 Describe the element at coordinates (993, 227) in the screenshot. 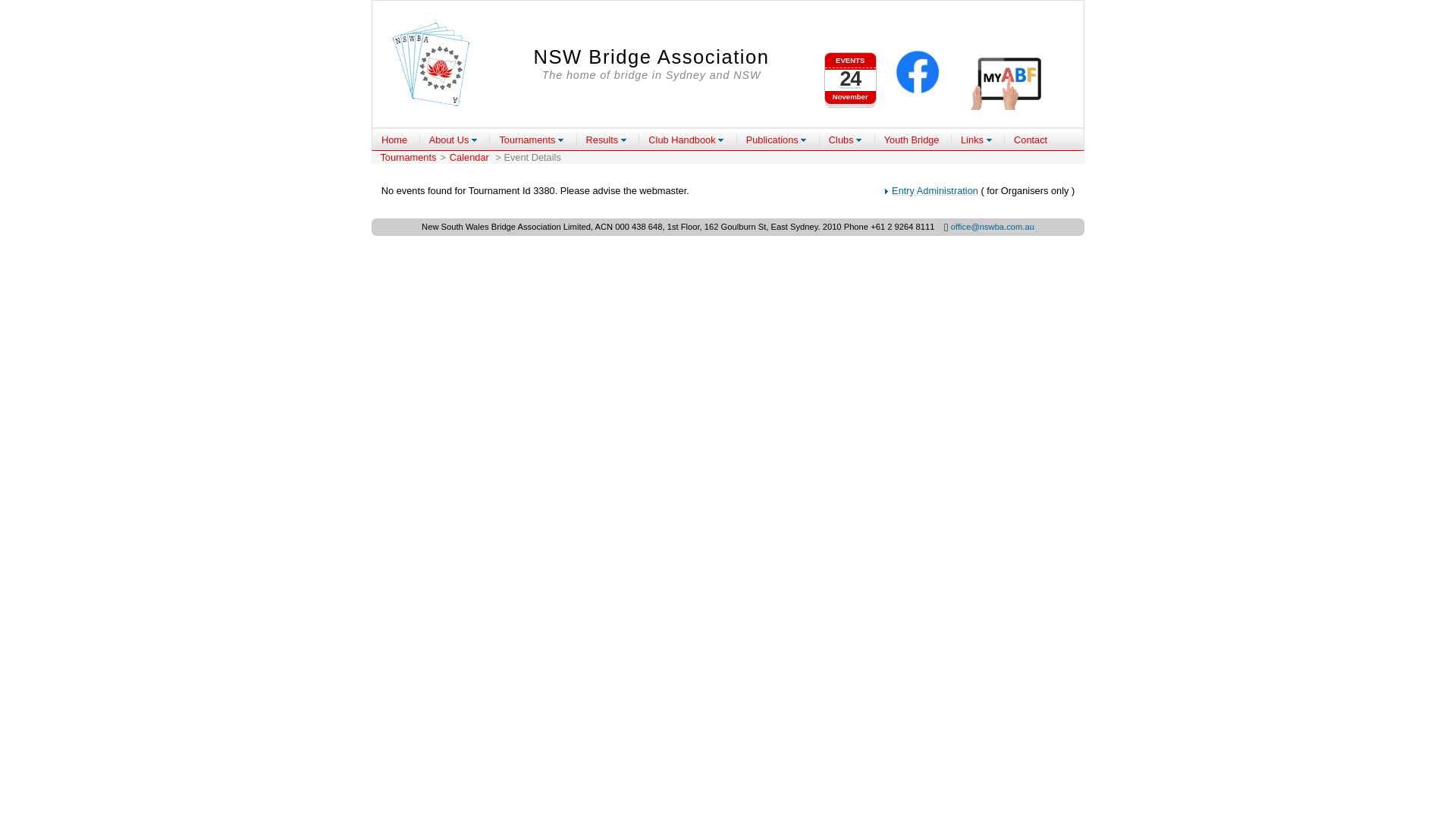

I see `'office@nswba.com.au'` at that location.